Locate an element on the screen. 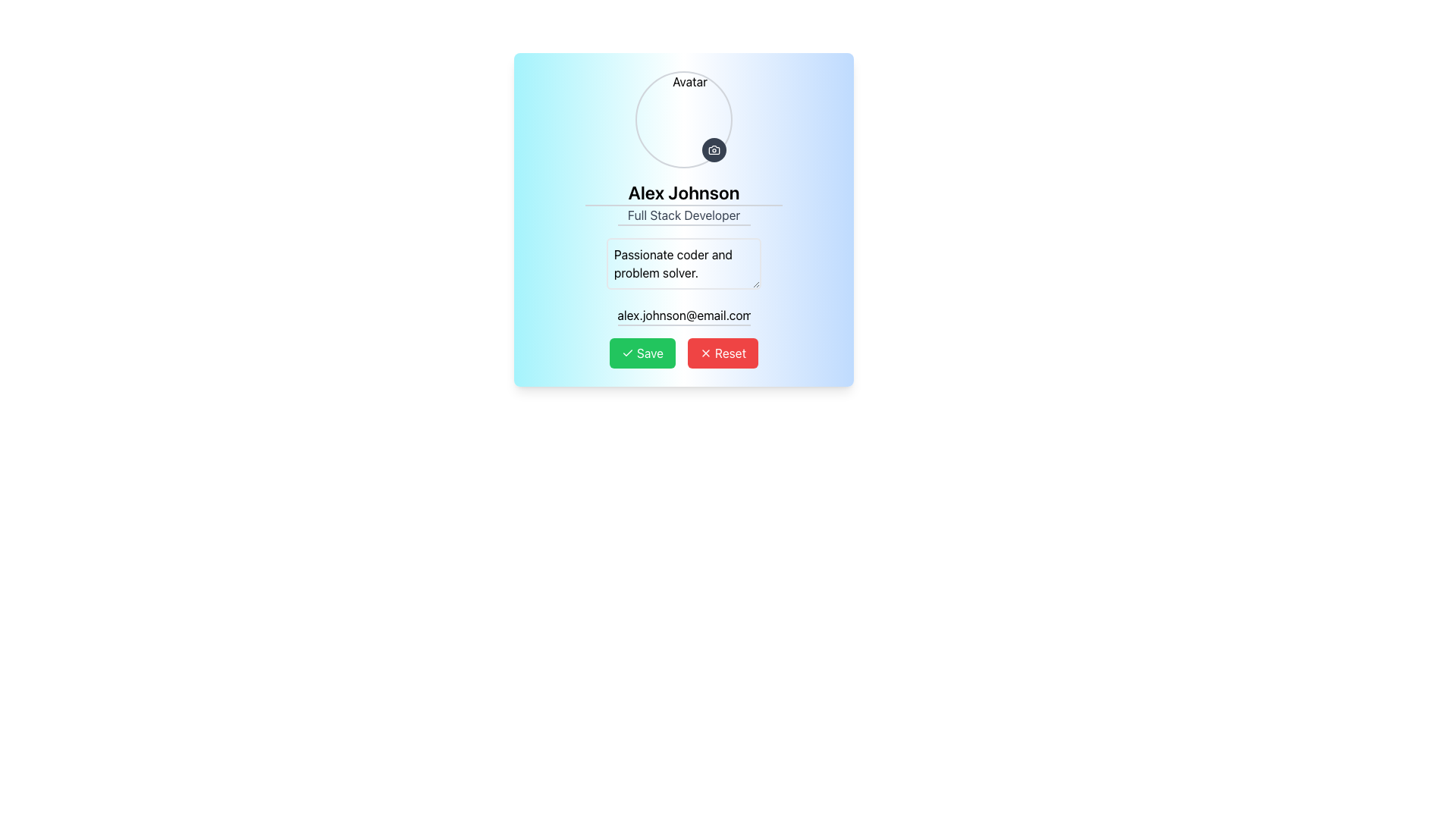 The height and width of the screenshot is (819, 1456). the text input field for entering the profession or job title, located below the label 'Alex Johnson' is located at coordinates (683, 216).